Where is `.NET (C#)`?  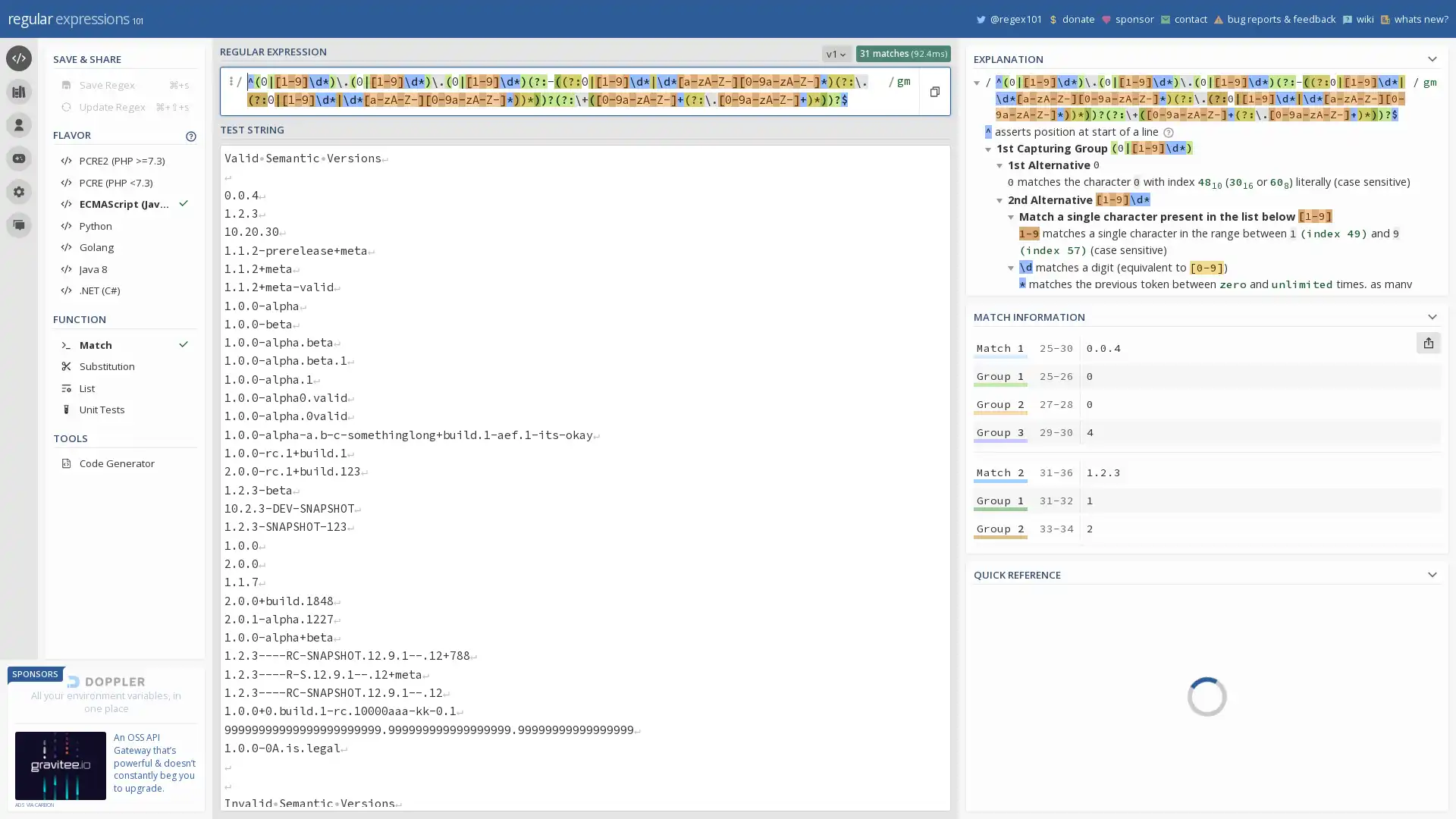 .NET (C#) is located at coordinates (124, 290).